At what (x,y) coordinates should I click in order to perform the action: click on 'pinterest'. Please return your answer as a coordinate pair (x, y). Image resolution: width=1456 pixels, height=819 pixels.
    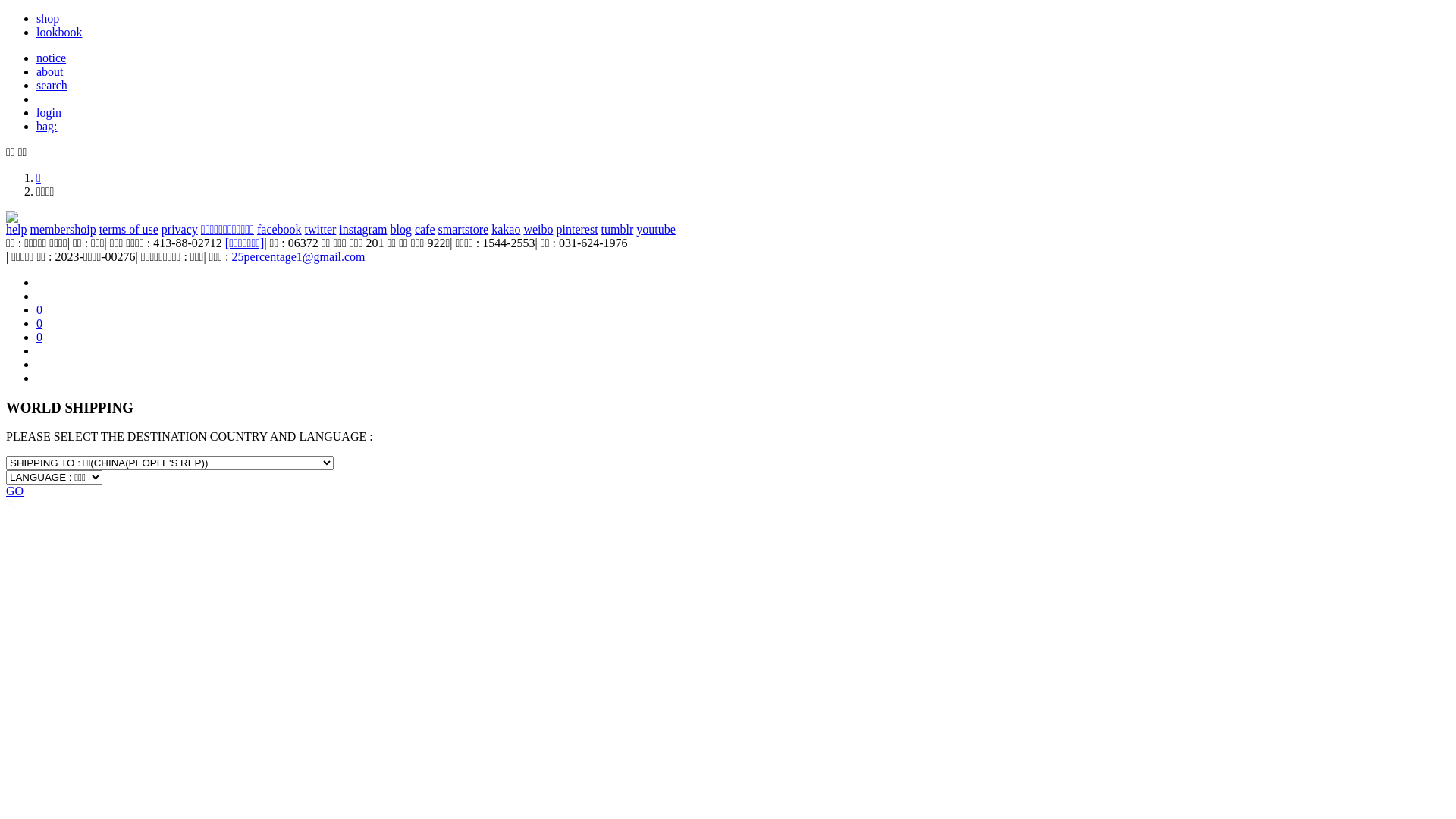
    Looking at the image, I should click on (576, 229).